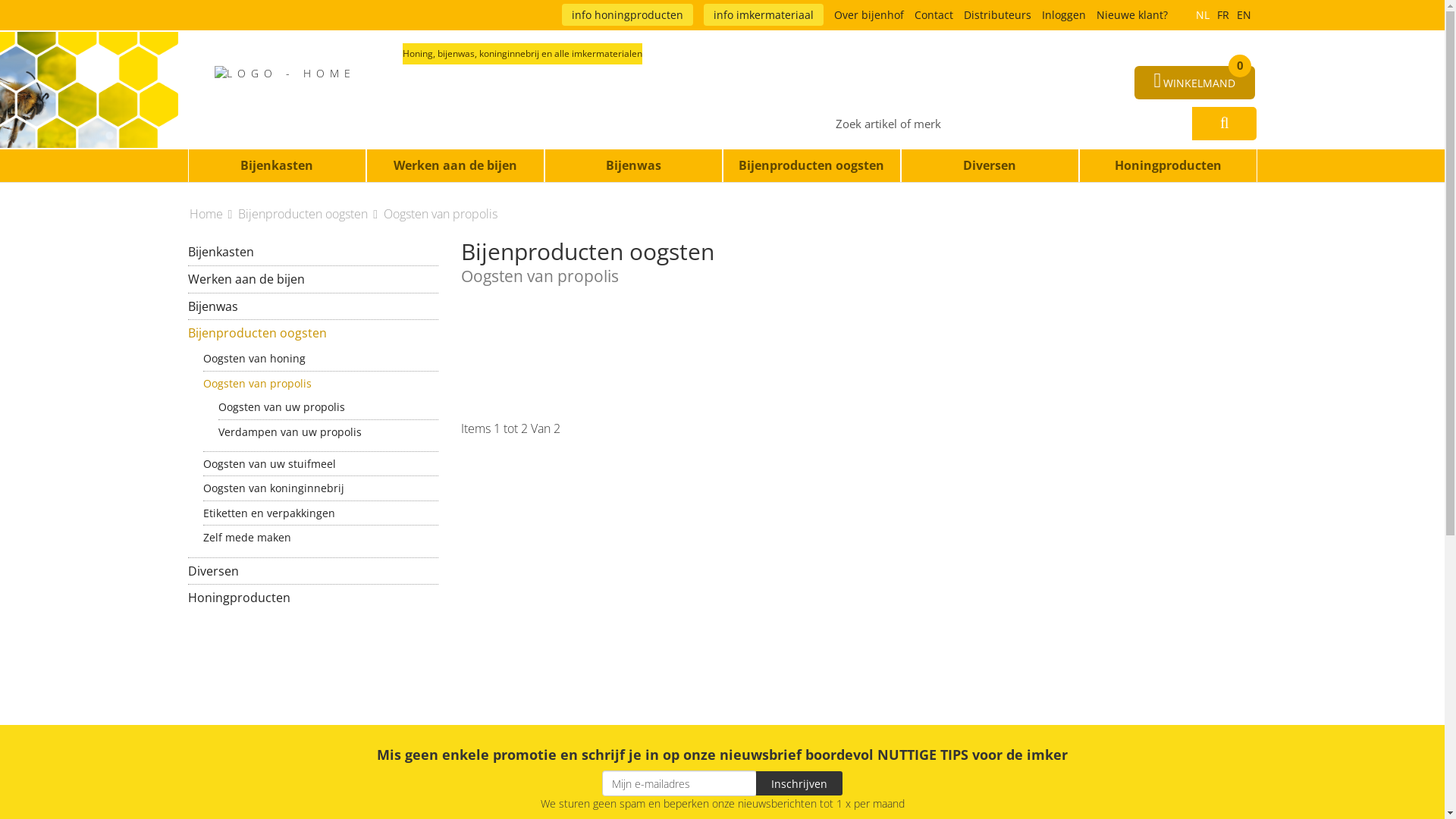 The image size is (1456, 819). I want to click on 'Distributeurs', so click(996, 14).